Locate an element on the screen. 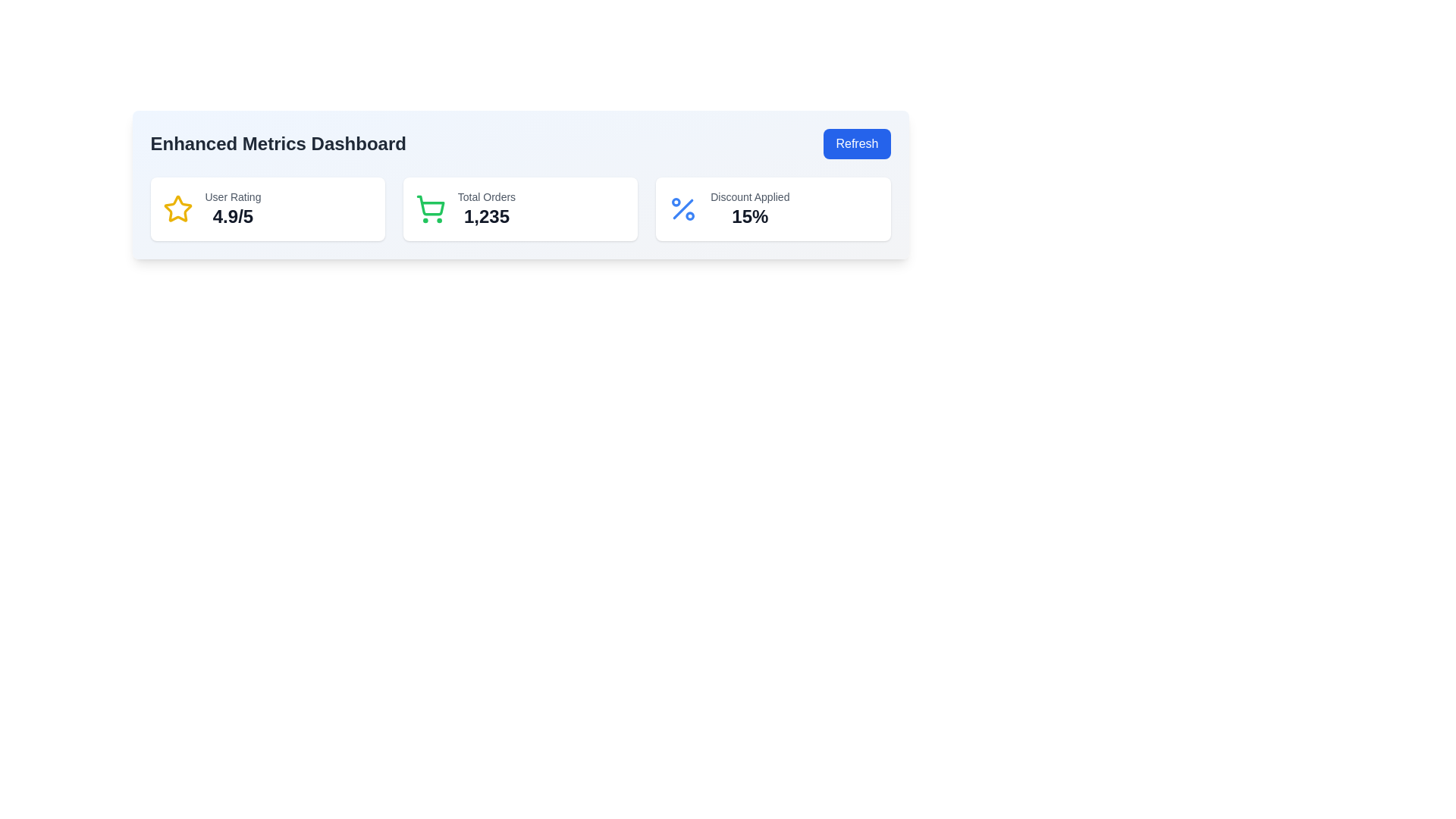 Image resolution: width=1456 pixels, height=819 pixels. the informational display card showing a 15% discount, which is located at the rightmost position of a grid layout of three blocks is located at coordinates (773, 209).